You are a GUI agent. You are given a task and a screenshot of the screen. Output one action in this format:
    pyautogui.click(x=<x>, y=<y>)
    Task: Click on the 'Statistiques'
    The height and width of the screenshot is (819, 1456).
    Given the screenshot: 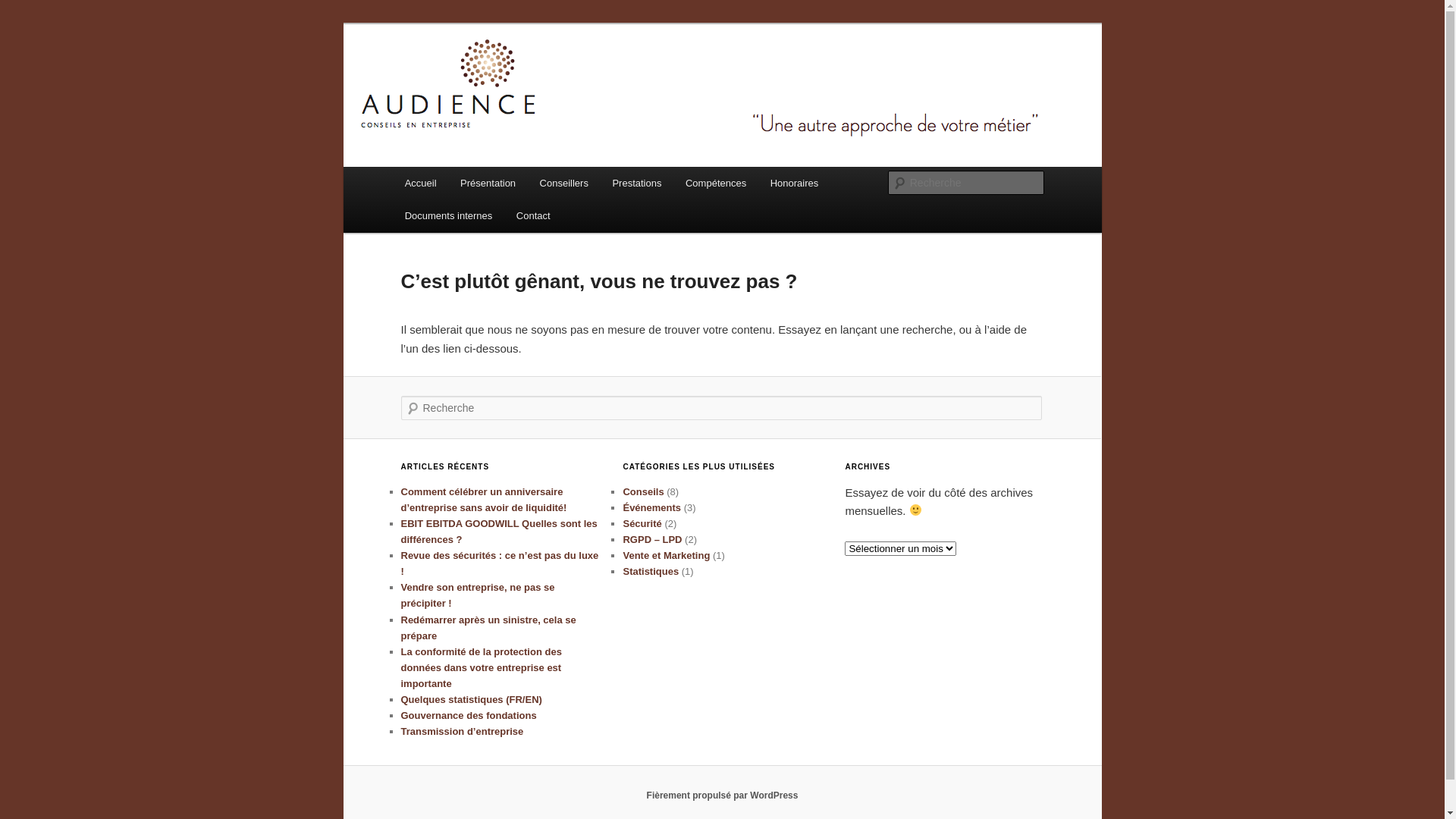 What is the action you would take?
    pyautogui.click(x=622, y=571)
    